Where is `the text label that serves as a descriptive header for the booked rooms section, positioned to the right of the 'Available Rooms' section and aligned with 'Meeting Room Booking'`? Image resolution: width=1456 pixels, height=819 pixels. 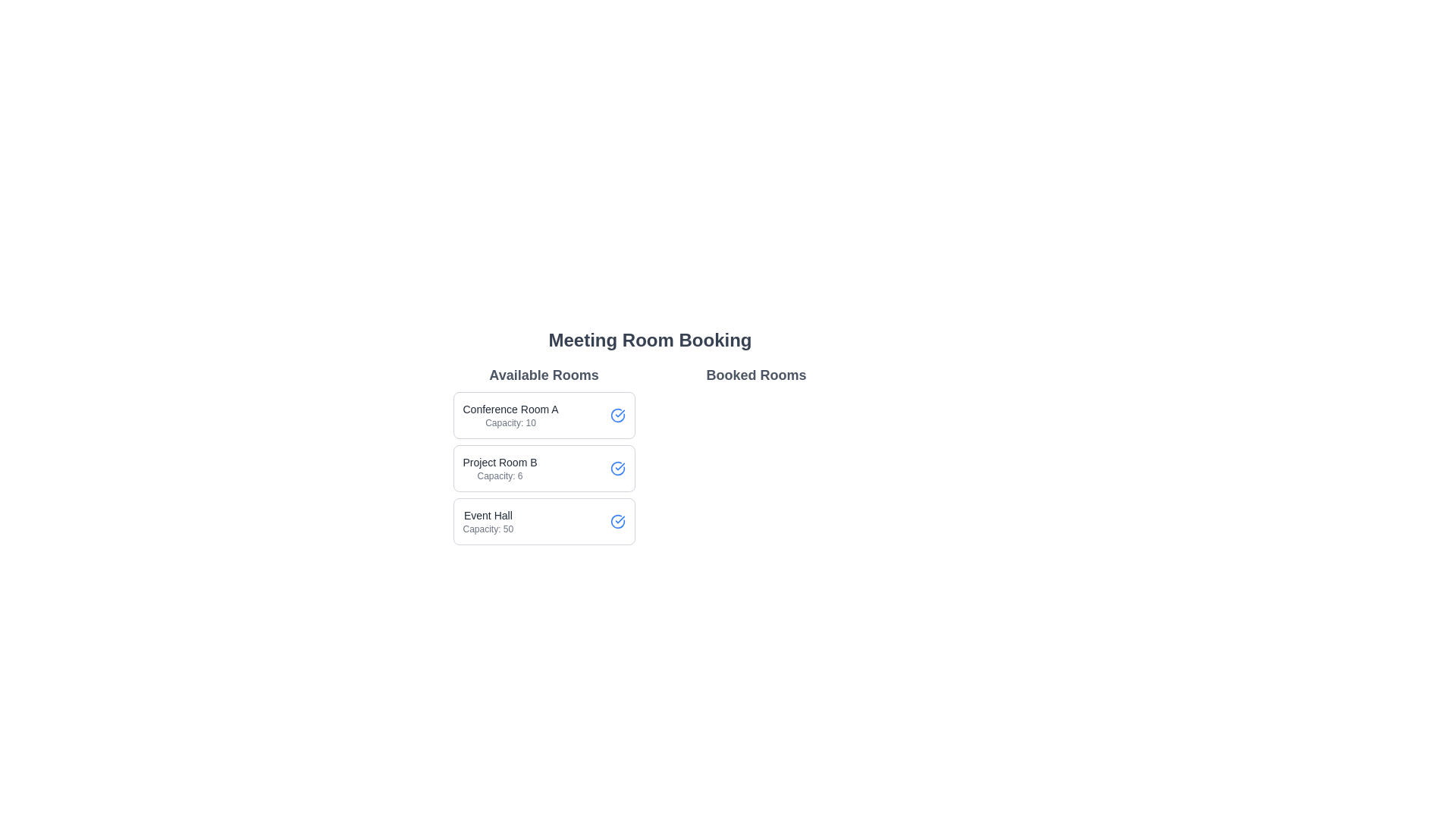 the text label that serves as a descriptive header for the booked rooms section, positioned to the right of the 'Available Rooms' section and aligned with 'Meeting Room Booking' is located at coordinates (756, 375).